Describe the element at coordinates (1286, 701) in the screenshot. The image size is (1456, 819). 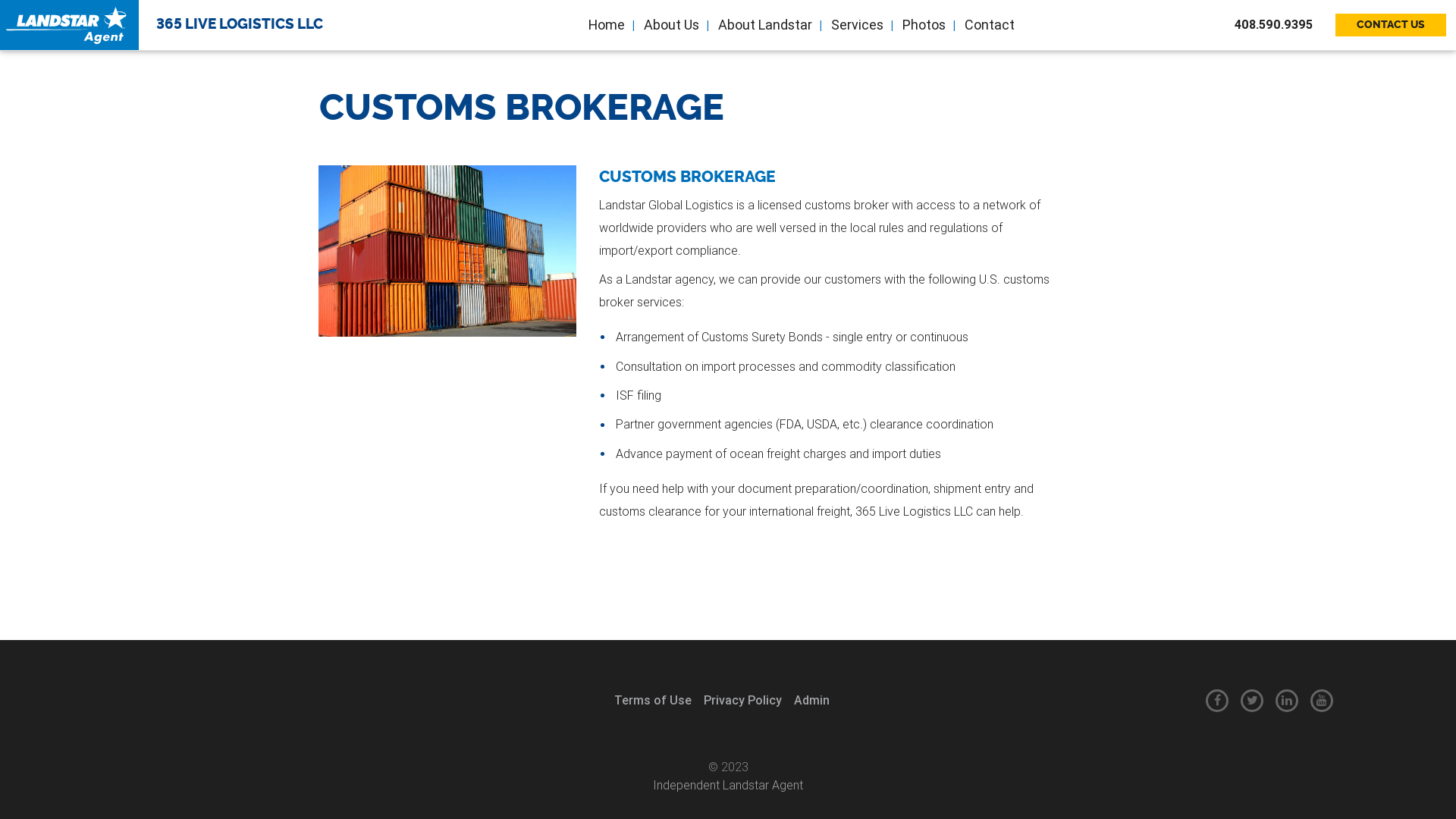
I see `'linkedin'` at that location.